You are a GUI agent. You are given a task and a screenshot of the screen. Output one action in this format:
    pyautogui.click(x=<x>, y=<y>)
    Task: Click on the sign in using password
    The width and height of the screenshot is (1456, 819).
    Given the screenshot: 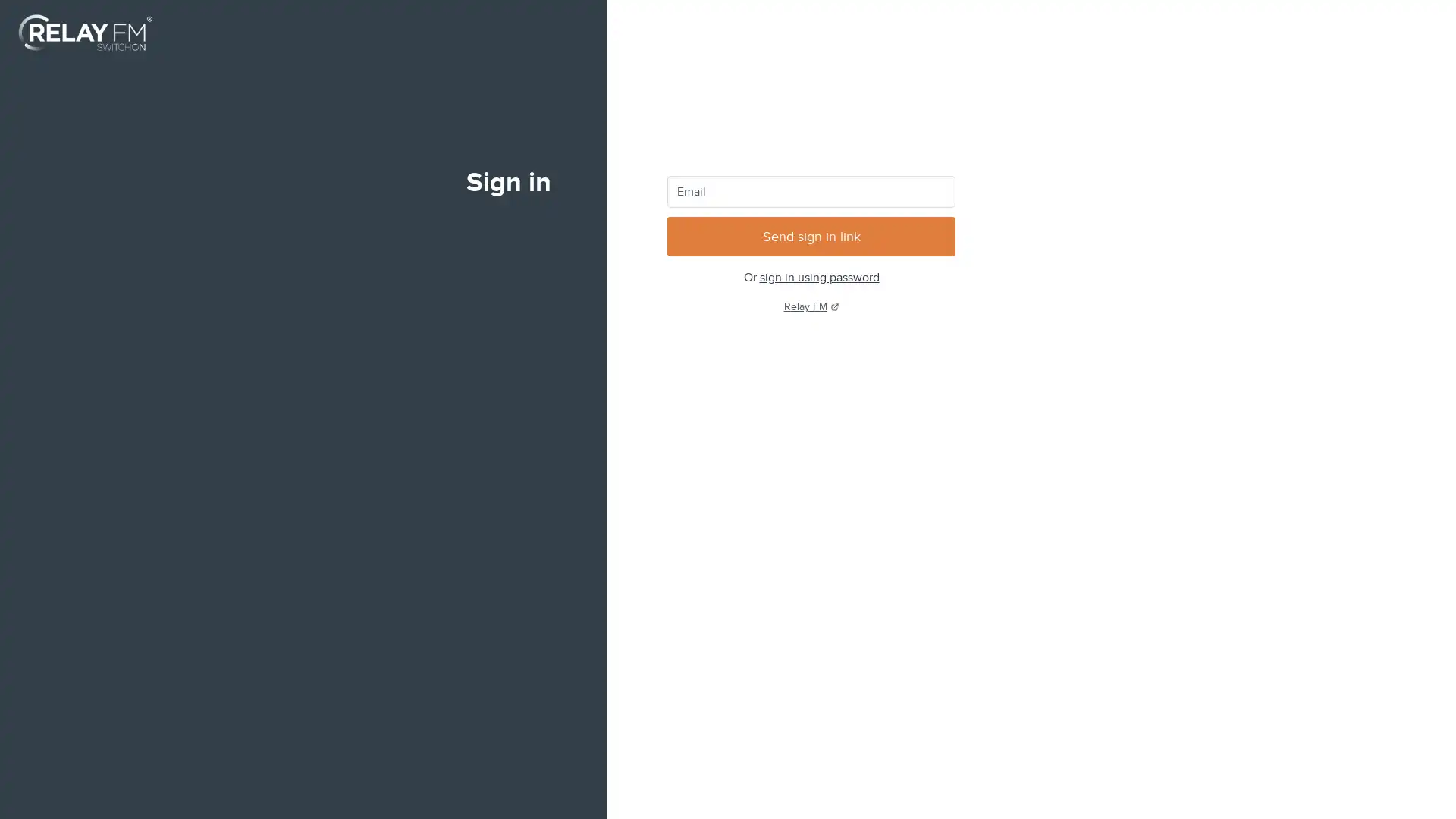 What is the action you would take?
    pyautogui.click(x=818, y=278)
    